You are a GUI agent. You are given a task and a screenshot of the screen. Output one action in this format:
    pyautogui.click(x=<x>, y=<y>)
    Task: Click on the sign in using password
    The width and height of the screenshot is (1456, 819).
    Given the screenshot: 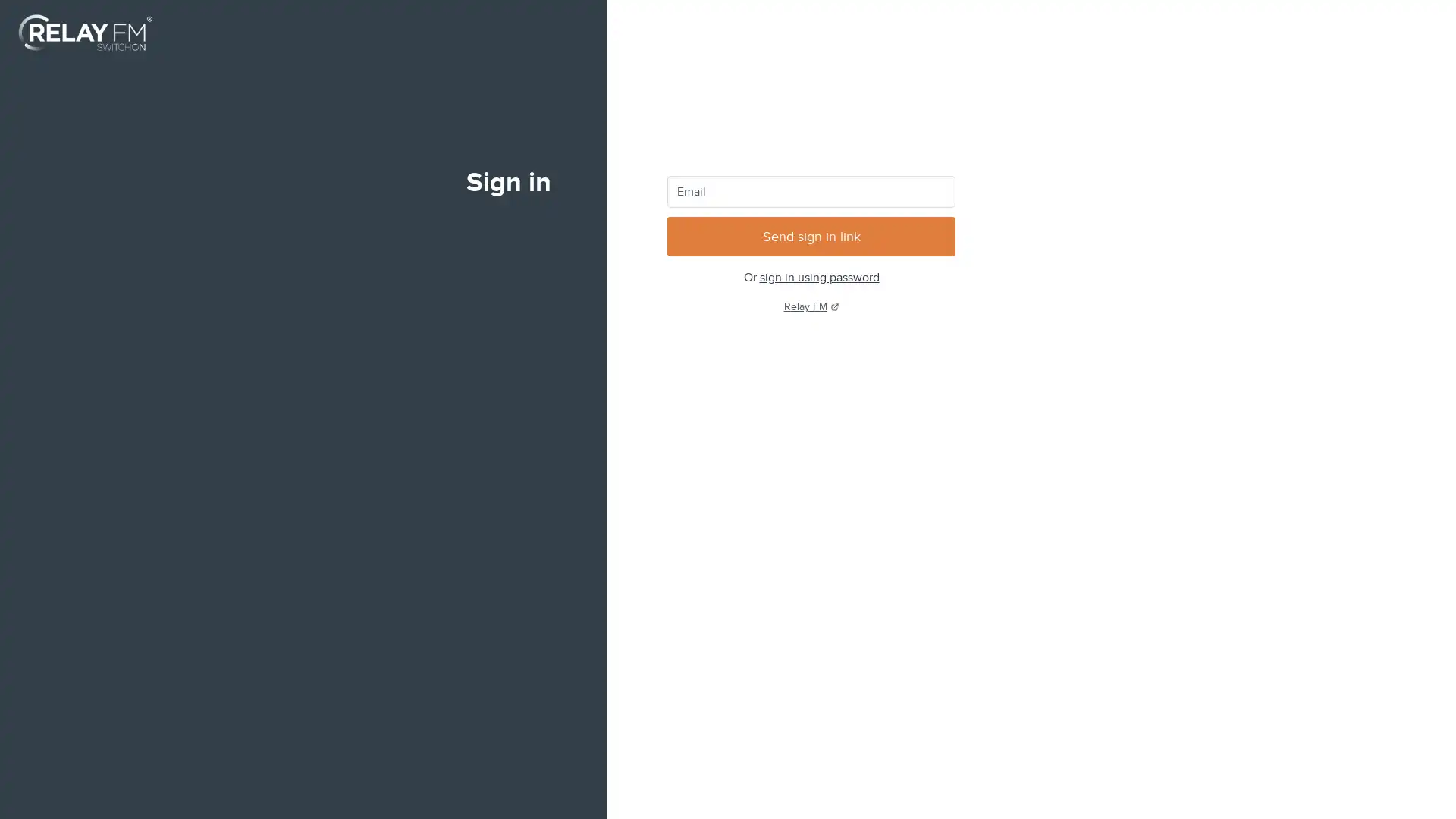 What is the action you would take?
    pyautogui.click(x=818, y=278)
    